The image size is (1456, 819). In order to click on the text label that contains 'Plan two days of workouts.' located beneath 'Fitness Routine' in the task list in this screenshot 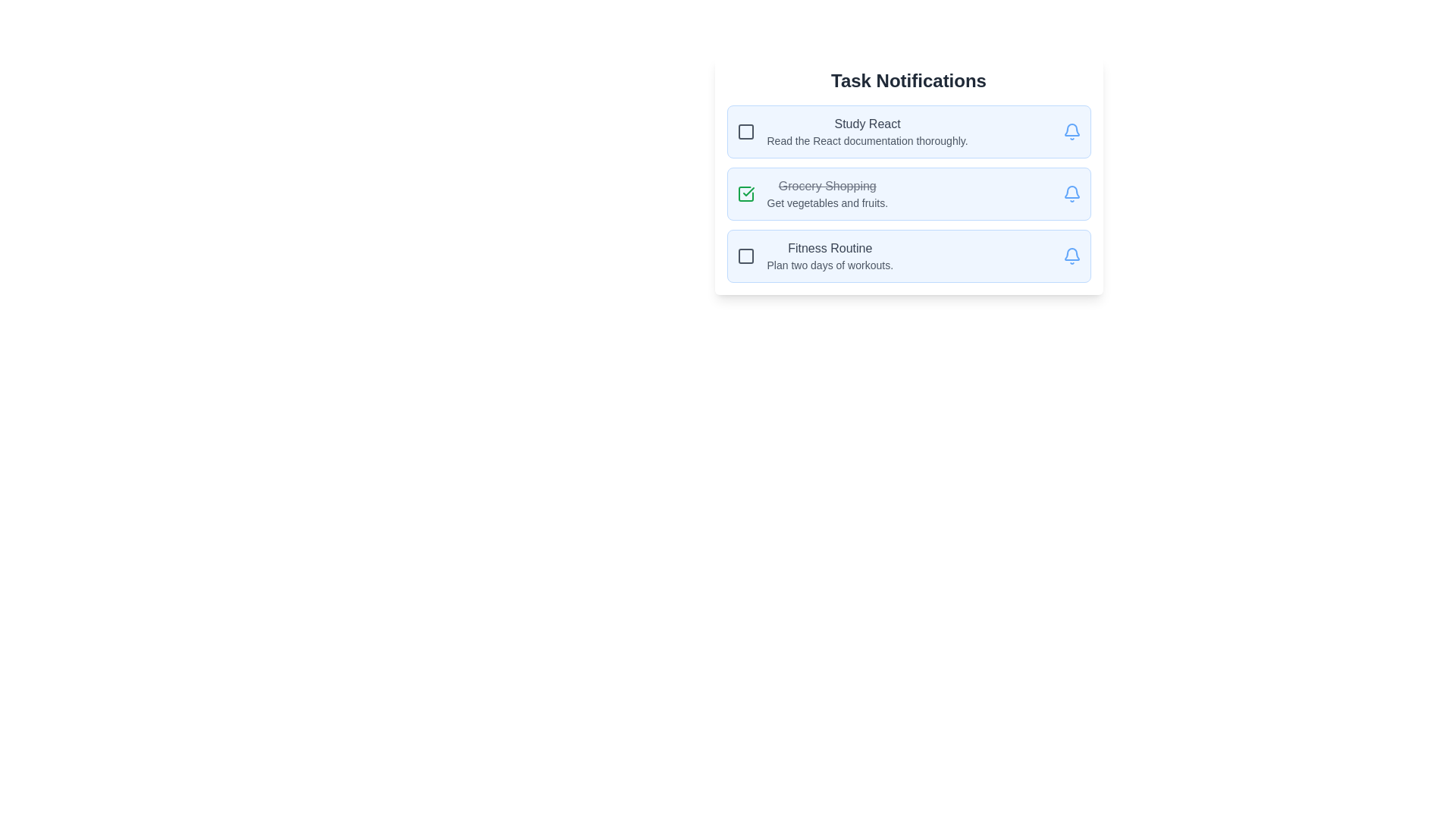, I will do `click(829, 265)`.